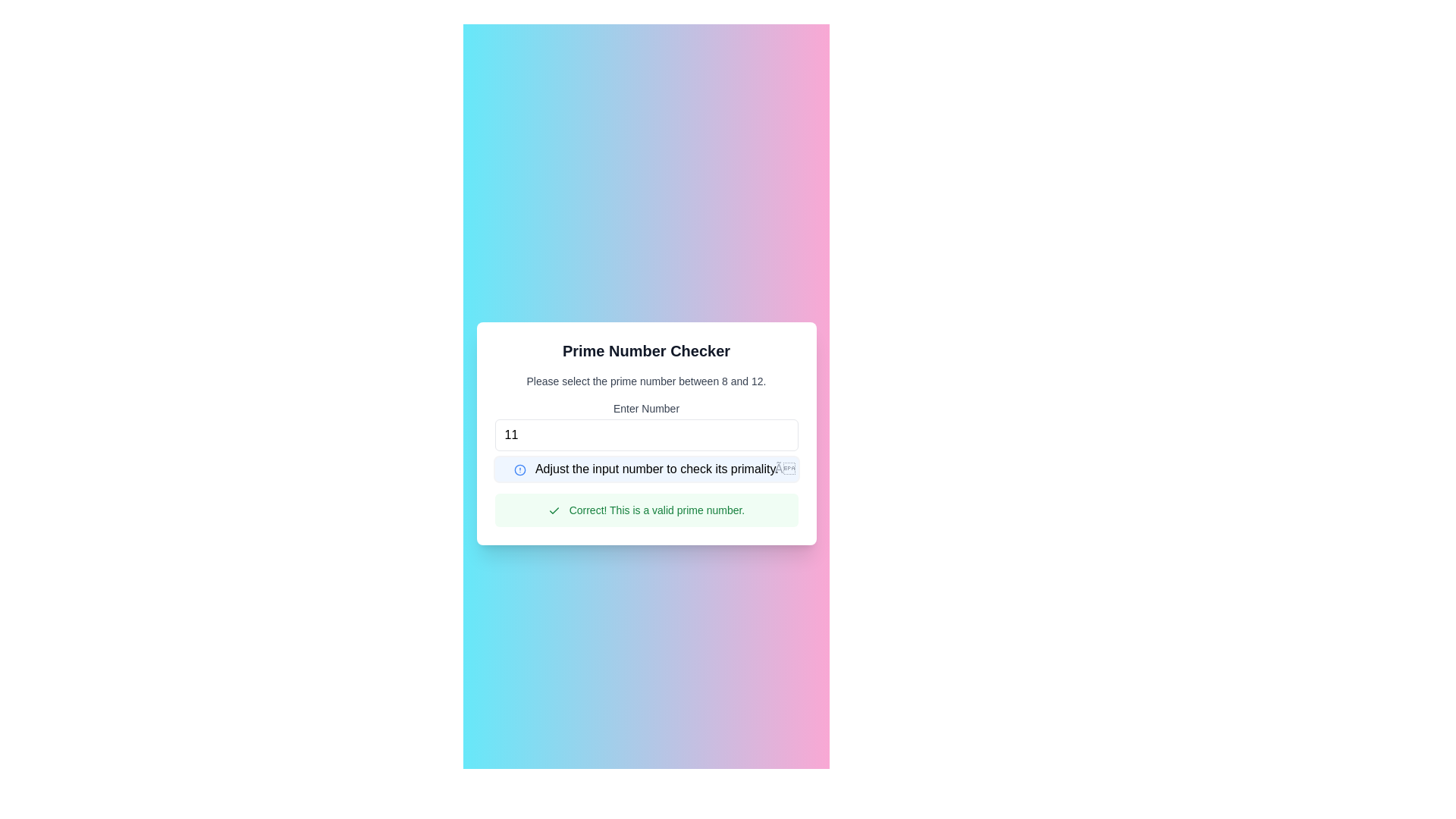 This screenshot has width=1456, height=819. What do you see at coordinates (646, 408) in the screenshot?
I see `the text label 'Enter Number' which is styled with a smaller font size and medium weight, located above the number input field` at bounding box center [646, 408].